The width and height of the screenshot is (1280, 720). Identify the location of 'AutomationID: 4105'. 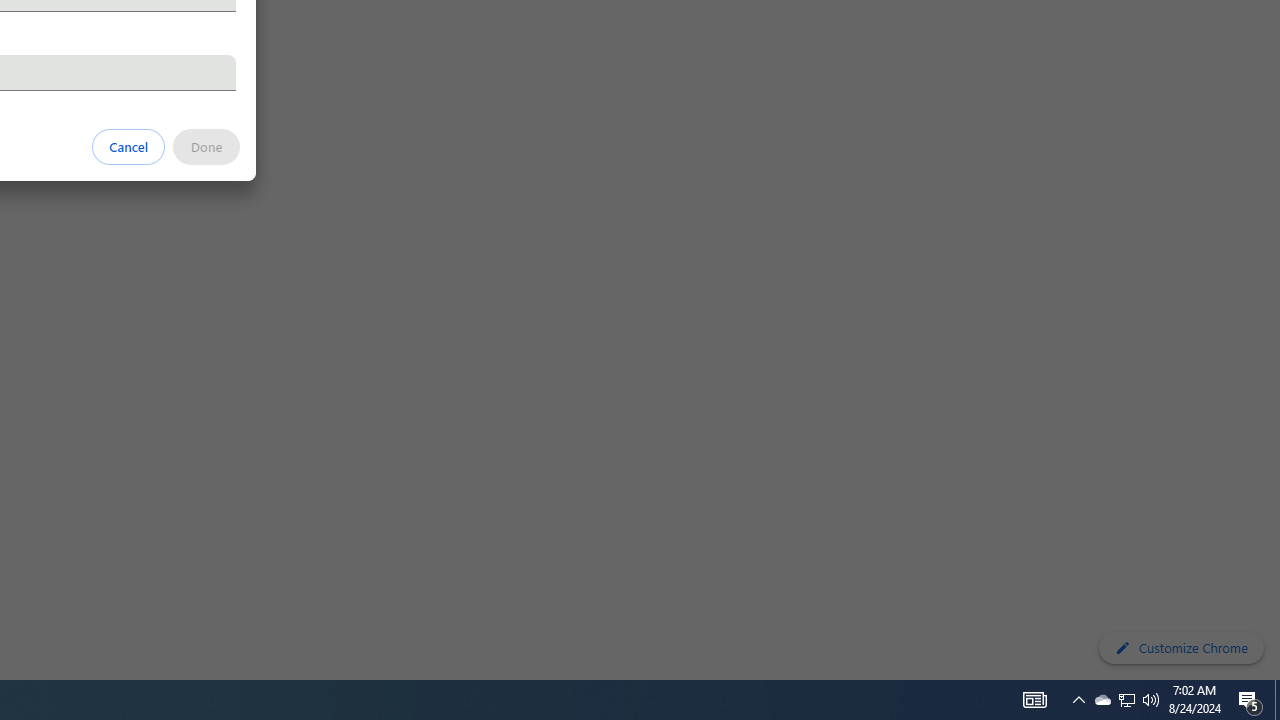
(1034, 698).